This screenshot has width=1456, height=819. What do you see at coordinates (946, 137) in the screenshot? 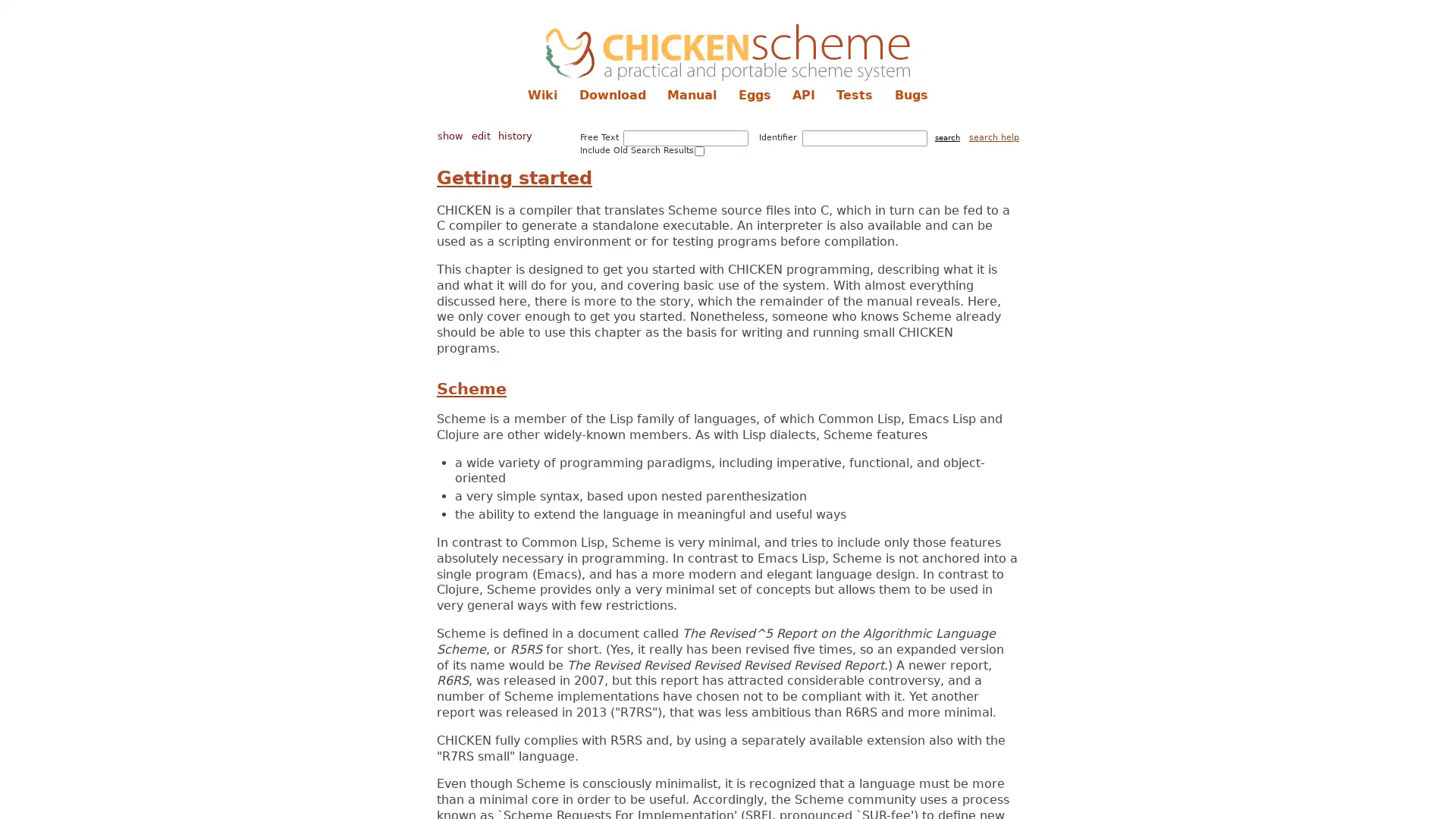
I see `search` at bounding box center [946, 137].